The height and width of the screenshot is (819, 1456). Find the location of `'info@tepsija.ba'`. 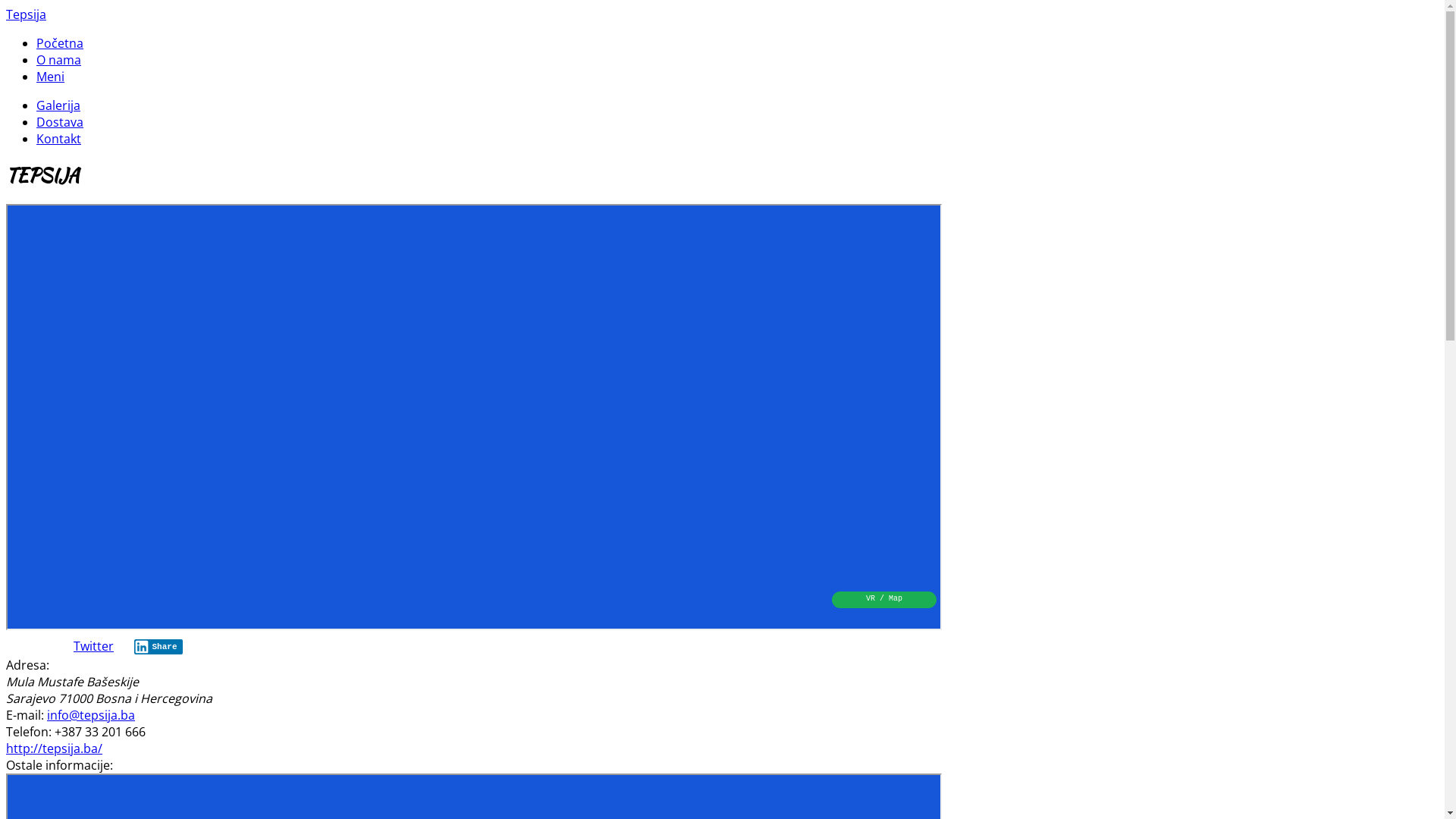

'info@tepsija.ba' is located at coordinates (90, 714).